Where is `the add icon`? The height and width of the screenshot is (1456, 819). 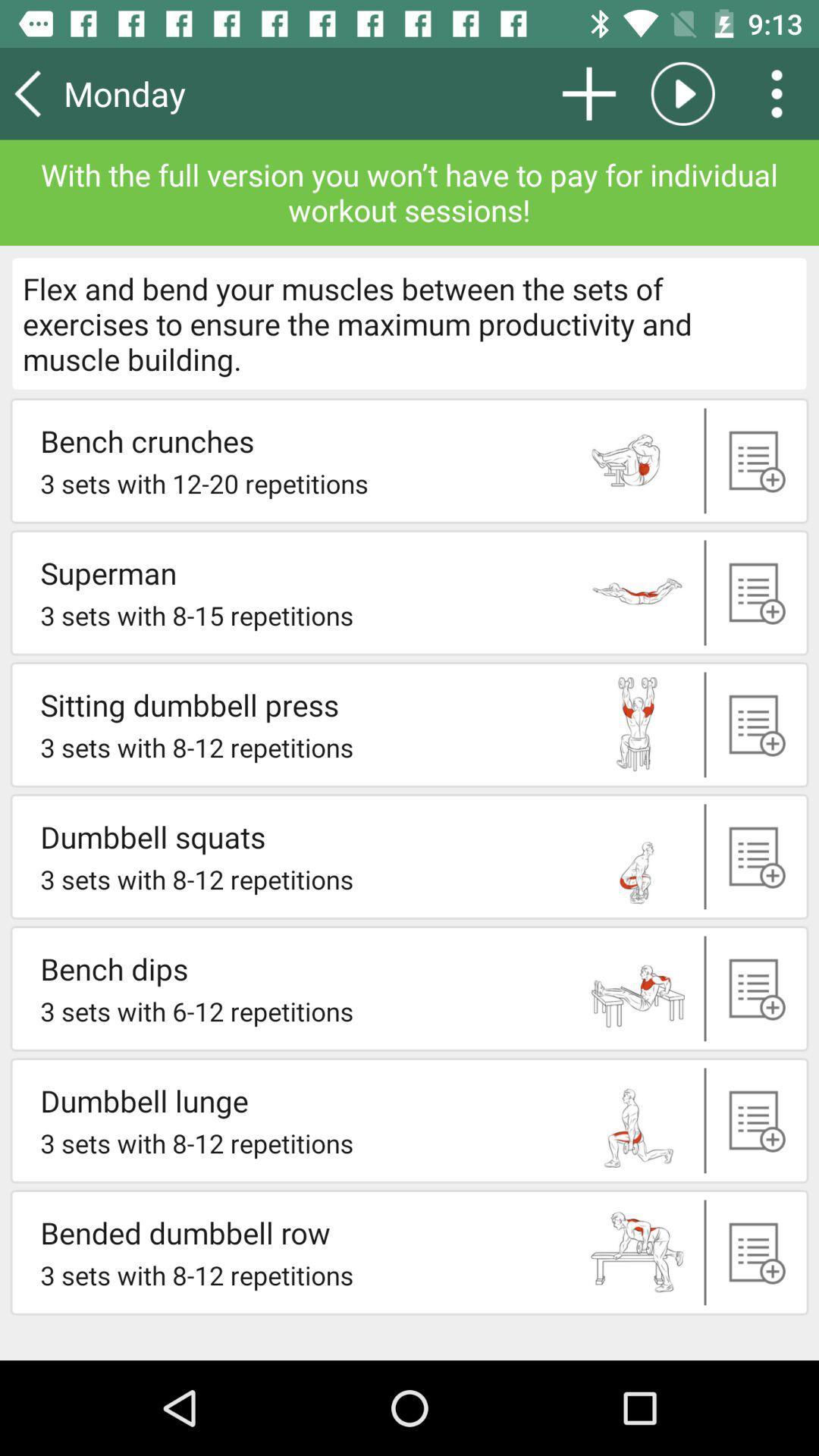
the add icon is located at coordinates (753, 1252).